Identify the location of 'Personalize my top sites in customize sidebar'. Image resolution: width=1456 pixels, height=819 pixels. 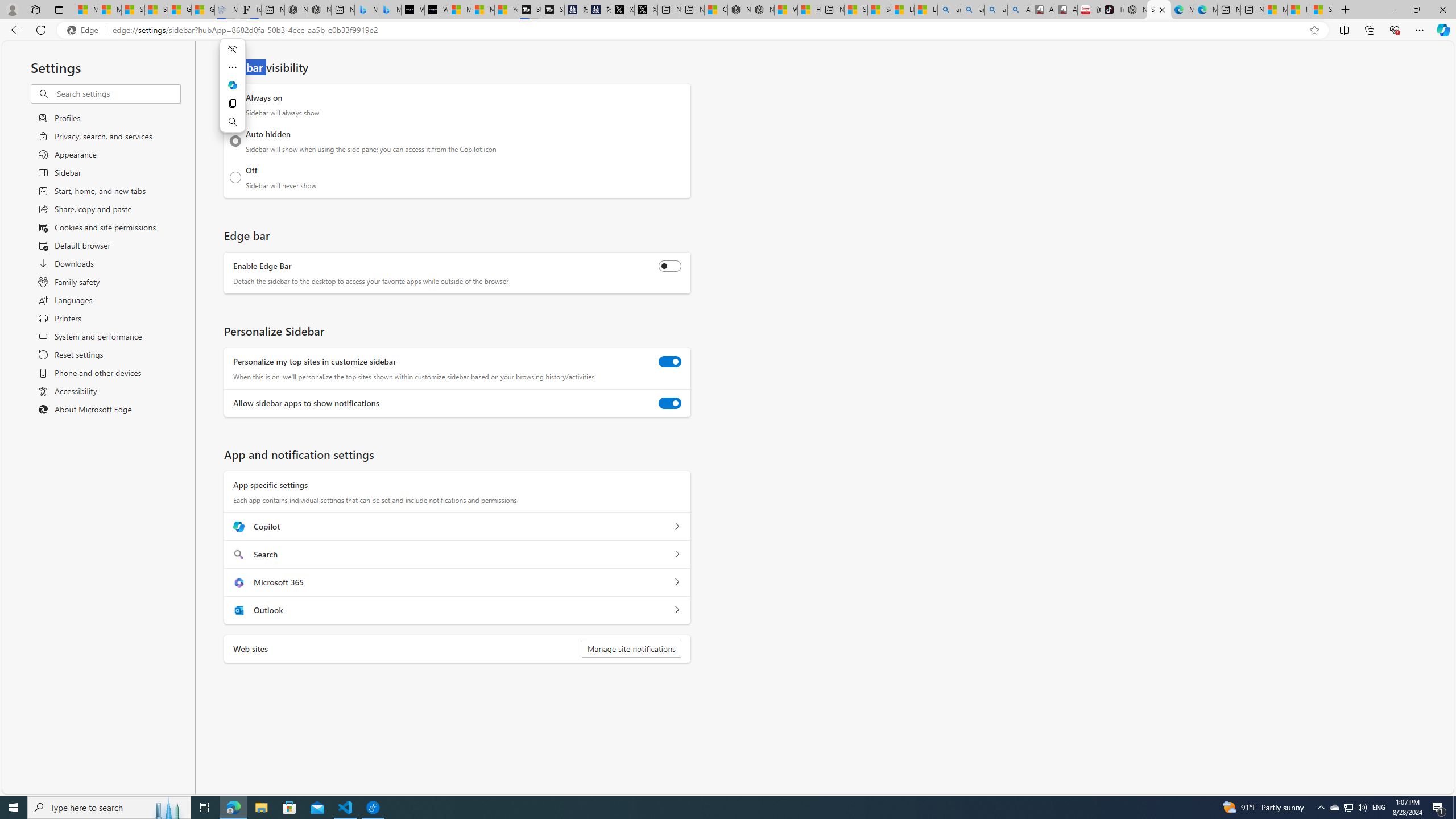
(669, 361).